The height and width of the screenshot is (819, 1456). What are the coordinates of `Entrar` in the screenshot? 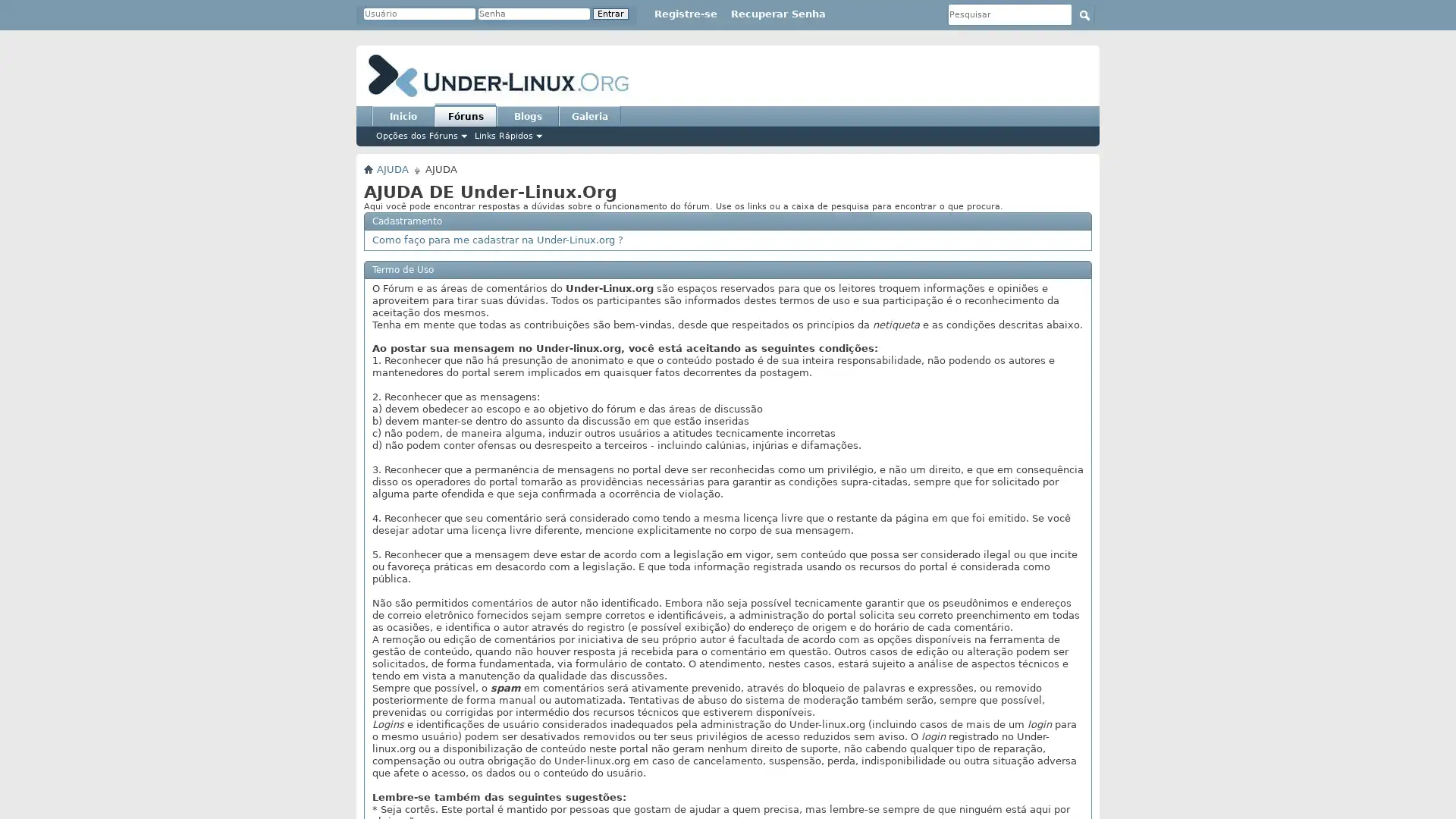 It's located at (610, 14).